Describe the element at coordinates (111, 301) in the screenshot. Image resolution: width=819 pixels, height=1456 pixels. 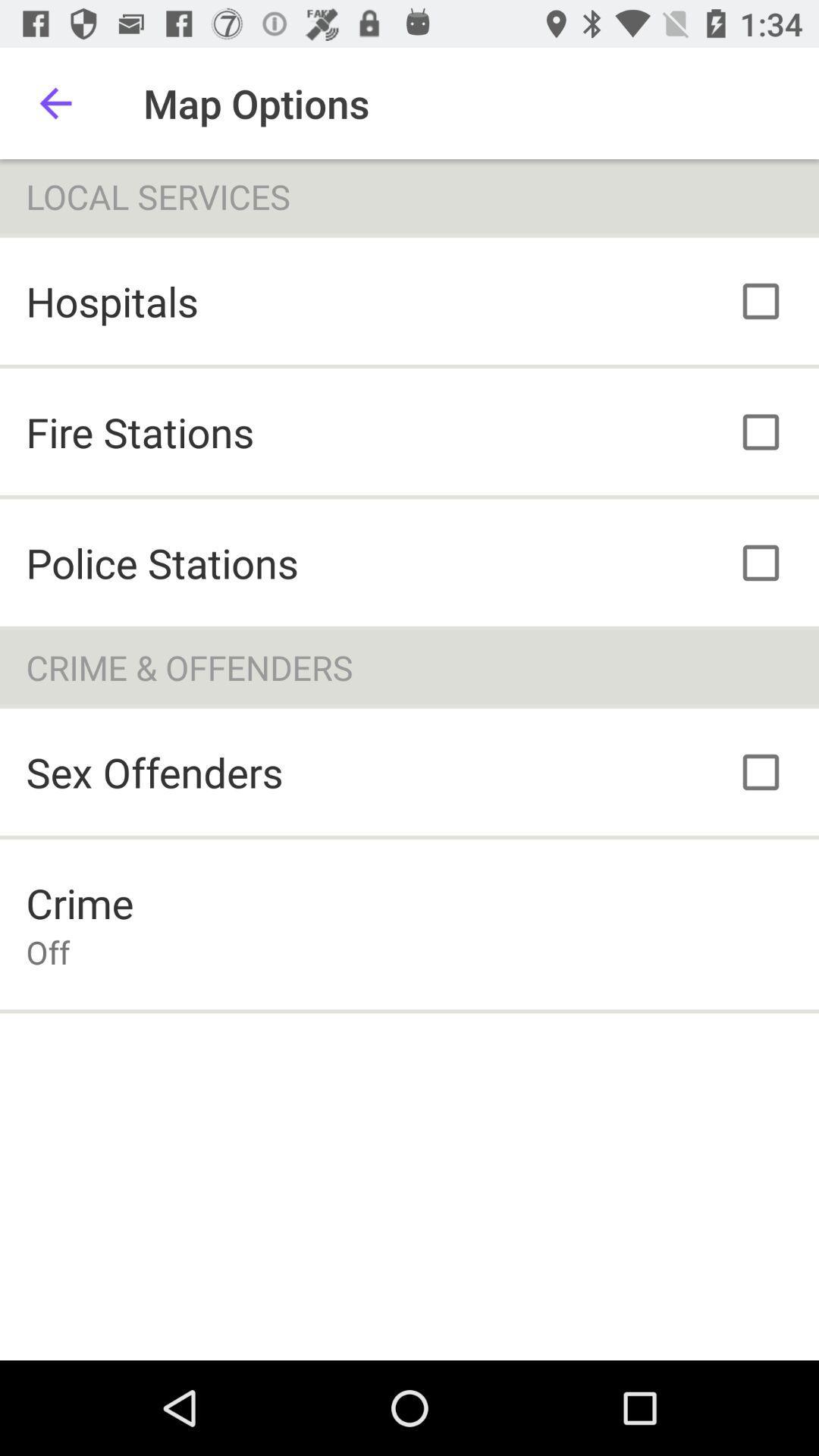
I see `the icon below local services` at that location.